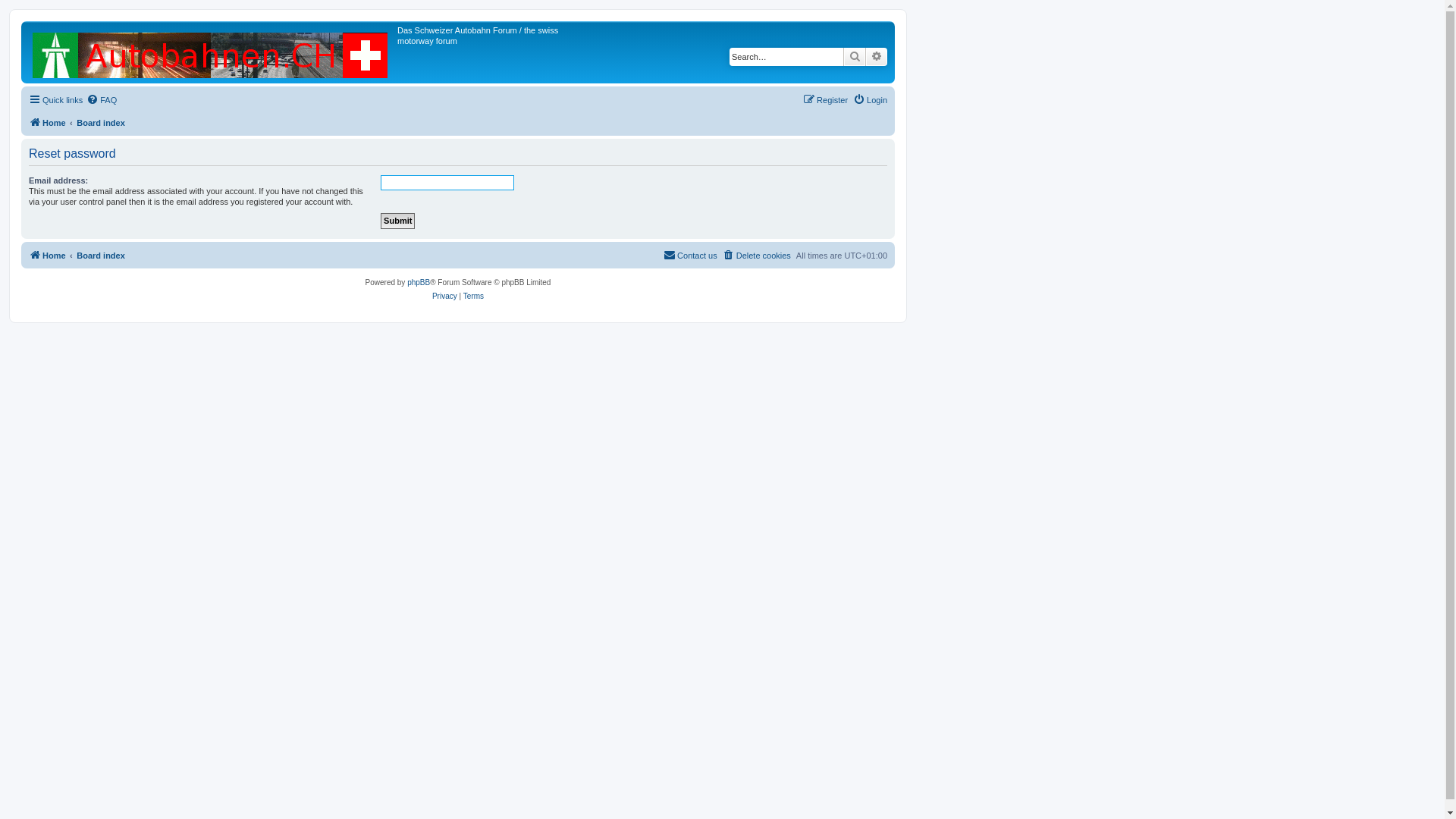  I want to click on 'Submit', so click(397, 221).